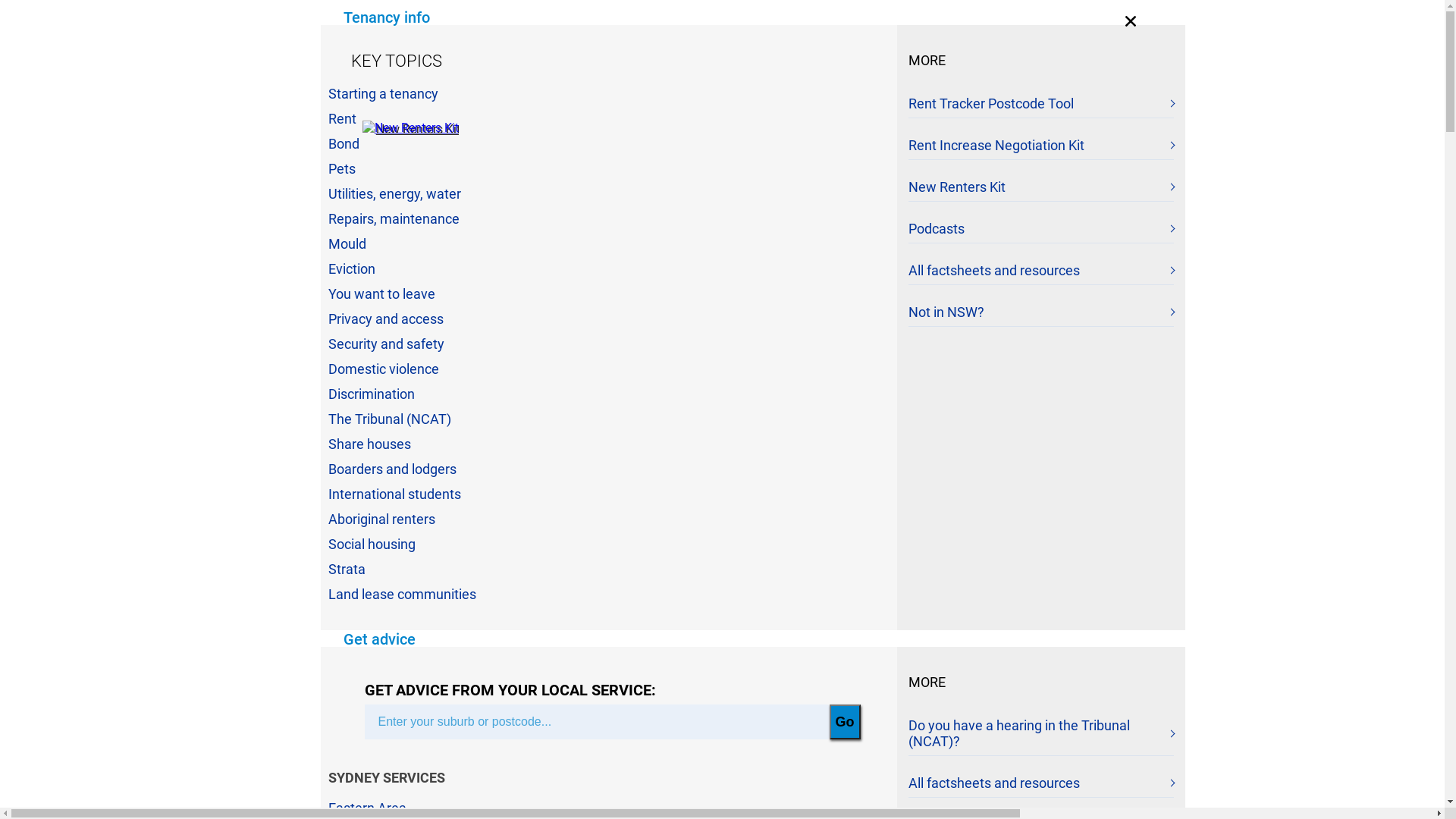 The height and width of the screenshot is (819, 1456). What do you see at coordinates (371, 543) in the screenshot?
I see `'Social housing'` at bounding box center [371, 543].